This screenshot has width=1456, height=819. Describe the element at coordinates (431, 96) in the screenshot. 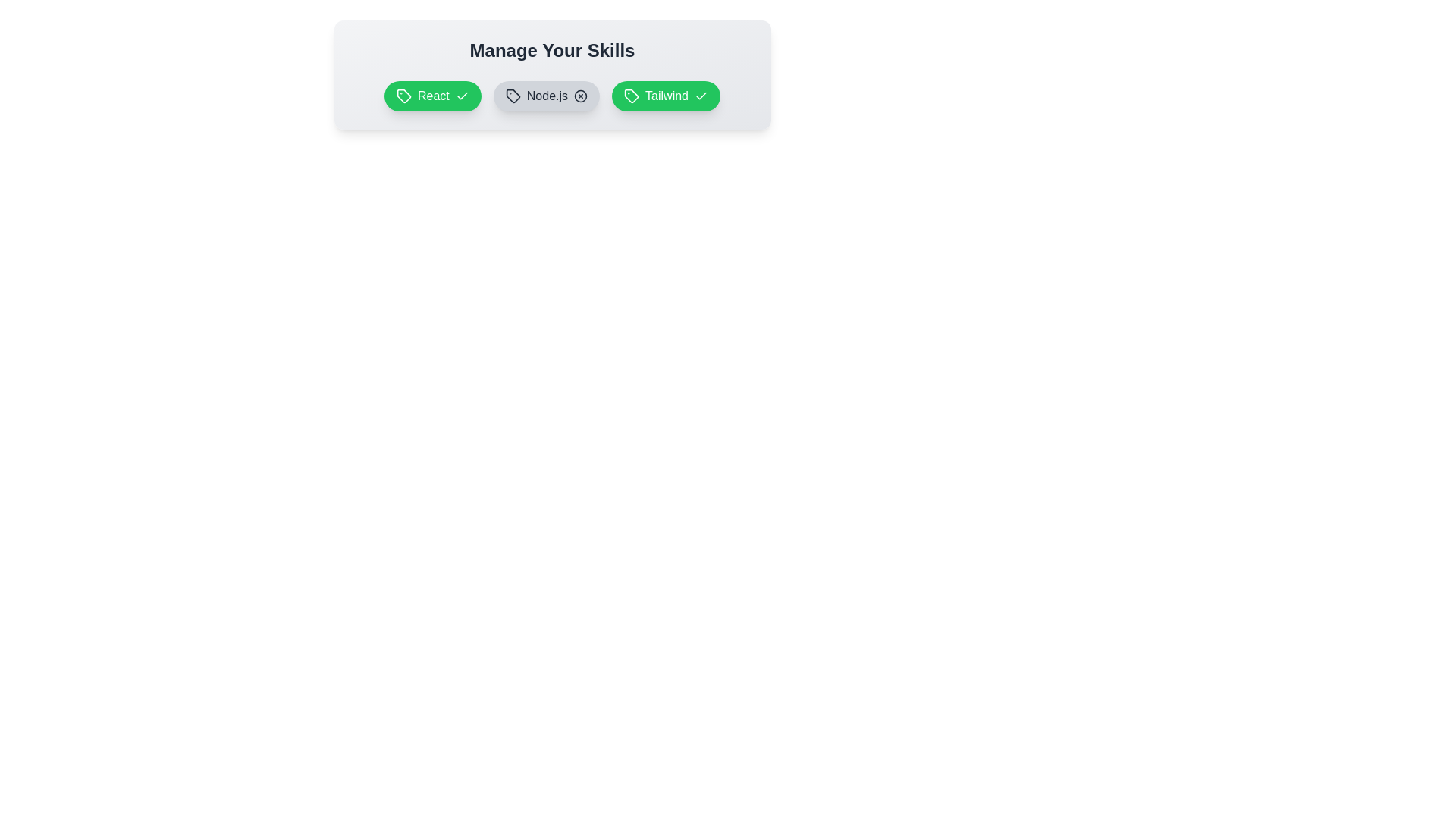

I see `the skill tag React to inspect its state` at that location.